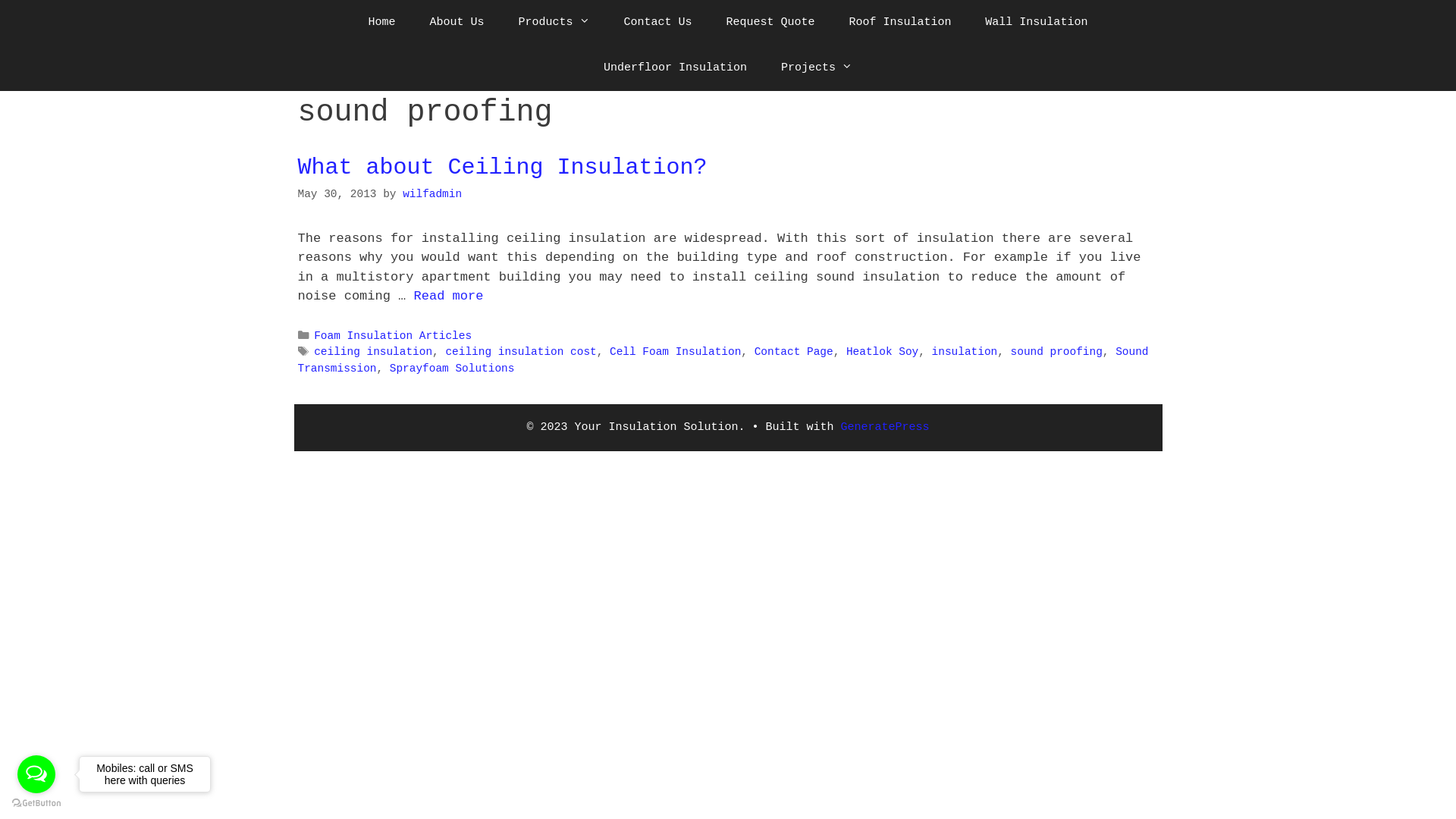 This screenshot has height=819, width=1456. What do you see at coordinates (674, 67) in the screenshot?
I see `'Underfloor Insulation'` at bounding box center [674, 67].